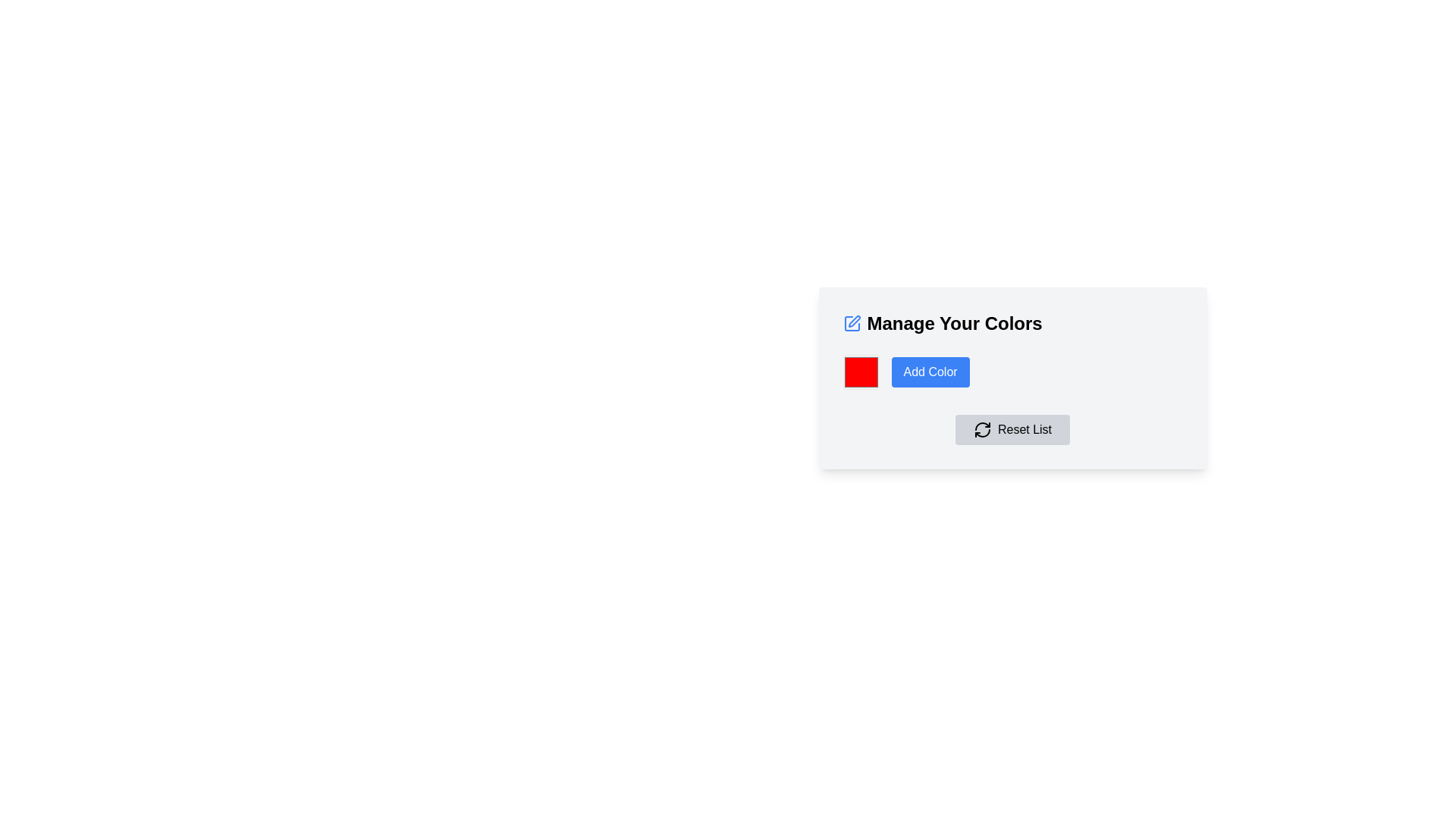  I want to click on the heading text 'Manage Your Colors', which is prominently styled and aligned to the left, indicating it is editable with a pen-shaped icon next to it, so click(1012, 323).